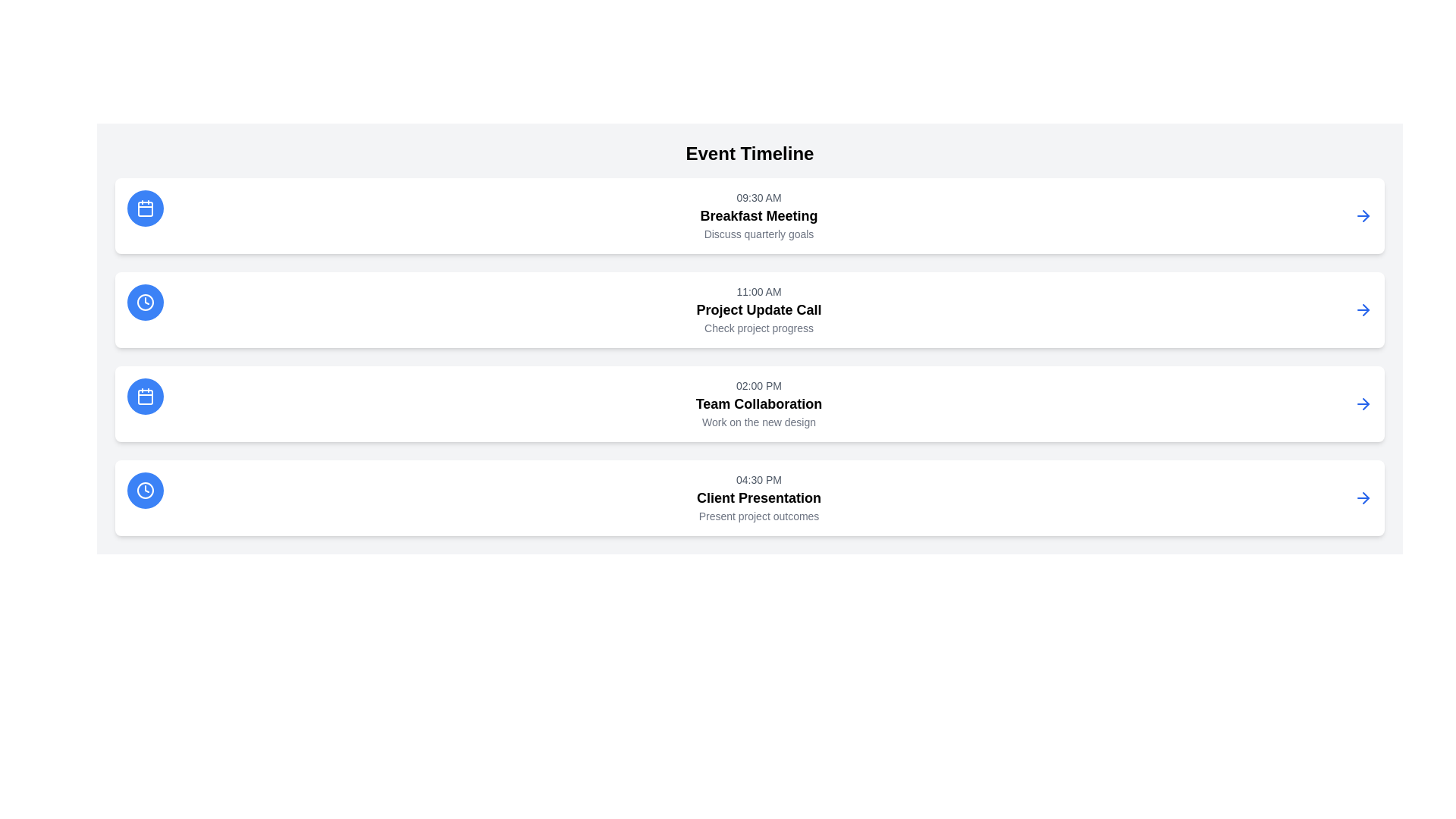 Image resolution: width=1456 pixels, height=819 pixels. What do you see at coordinates (146, 208) in the screenshot?
I see `the calendar icon with a grid-like design, styled in blue and white, located in the topmost left corner of the list items, which is part of the 'Breakfast Meeting' circular button` at bounding box center [146, 208].